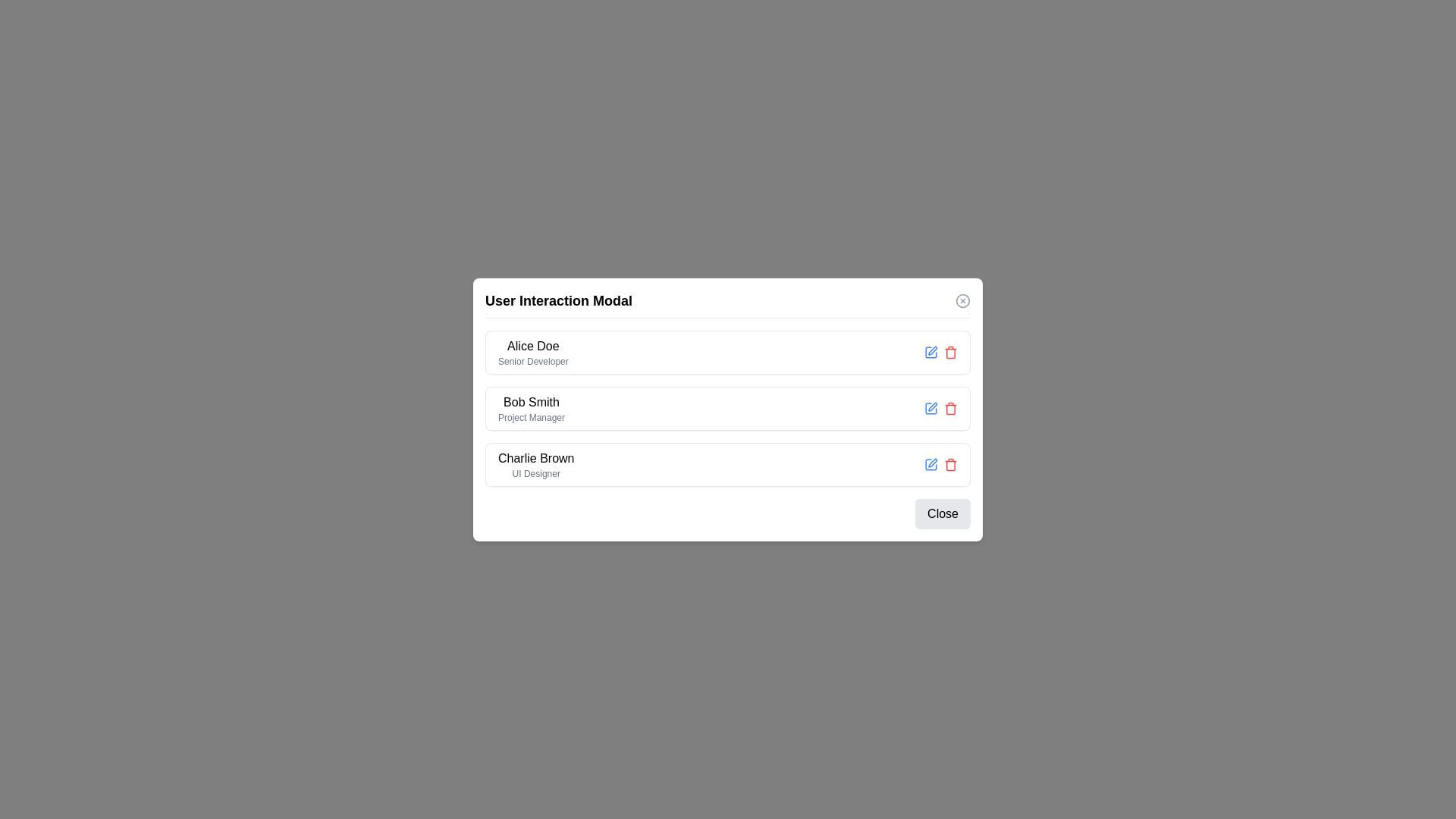  I want to click on the Text label block displaying 'Bob Smith' with the subtitle 'Project Manager', located in the profile entries list within the modal dialog, so click(531, 407).